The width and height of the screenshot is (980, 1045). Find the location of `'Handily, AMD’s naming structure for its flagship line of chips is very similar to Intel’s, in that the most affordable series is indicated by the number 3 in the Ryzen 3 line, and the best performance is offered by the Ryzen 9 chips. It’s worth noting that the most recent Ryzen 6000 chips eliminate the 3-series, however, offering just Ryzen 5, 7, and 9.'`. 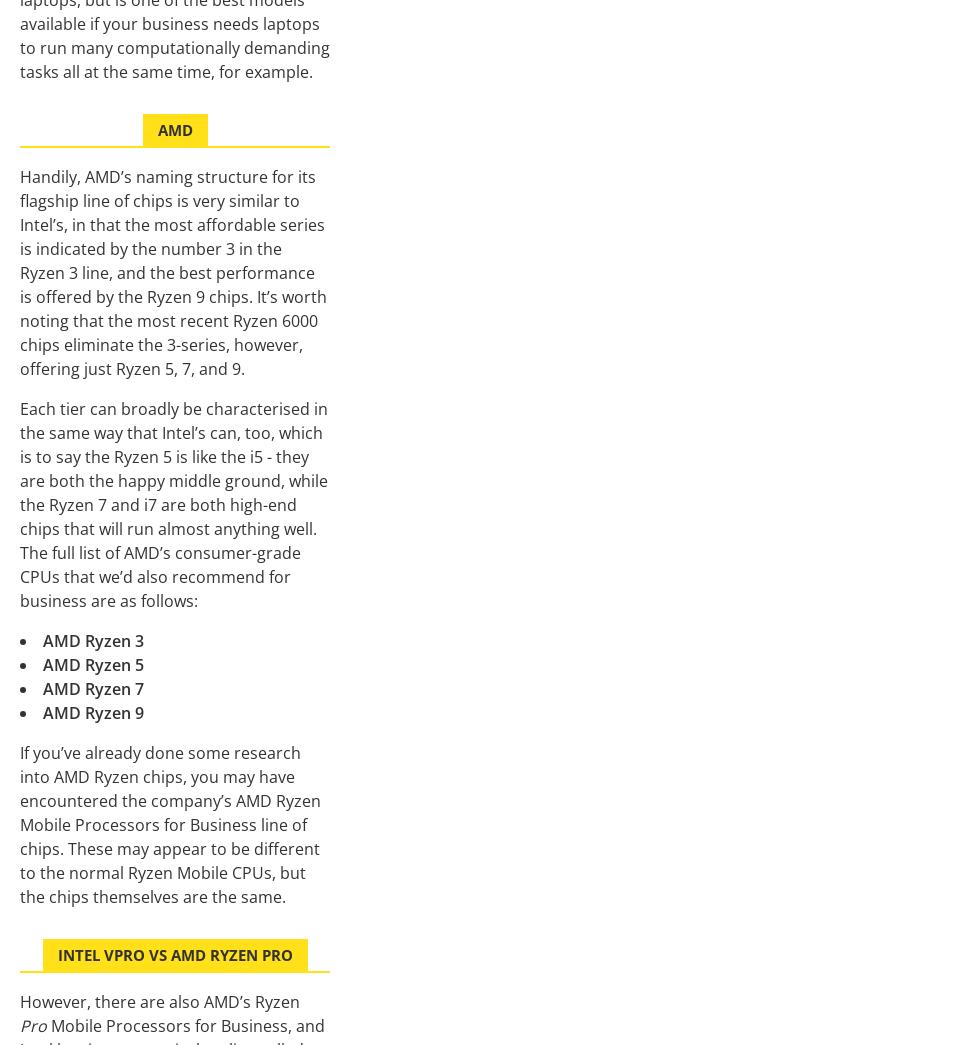

'Handily, AMD’s naming structure for its flagship line of chips is very similar to Intel’s, in that the most affordable series is indicated by the number 3 in the Ryzen 3 line, and the best performance is offered by the Ryzen 9 chips. It’s worth noting that the most recent Ryzen 6000 chips eliminate the 3-series, however, offering just Ryzen 5, 7, and 9.' is located at coordinates (173, 271).